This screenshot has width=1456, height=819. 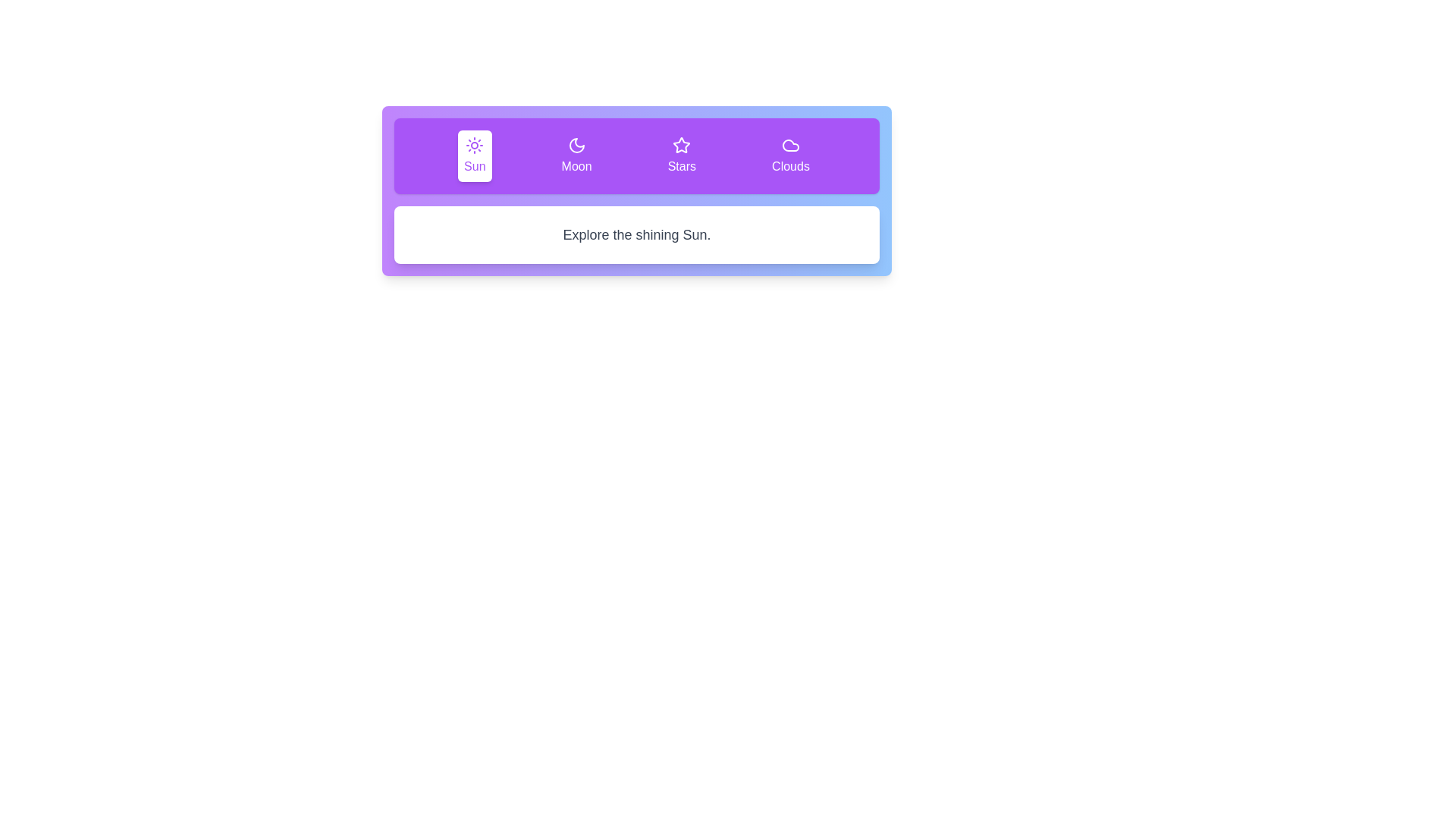 I want to click on the 'Stars' icon located in the third segment of the horizontal navigation bar, so click(x=681, y=145).